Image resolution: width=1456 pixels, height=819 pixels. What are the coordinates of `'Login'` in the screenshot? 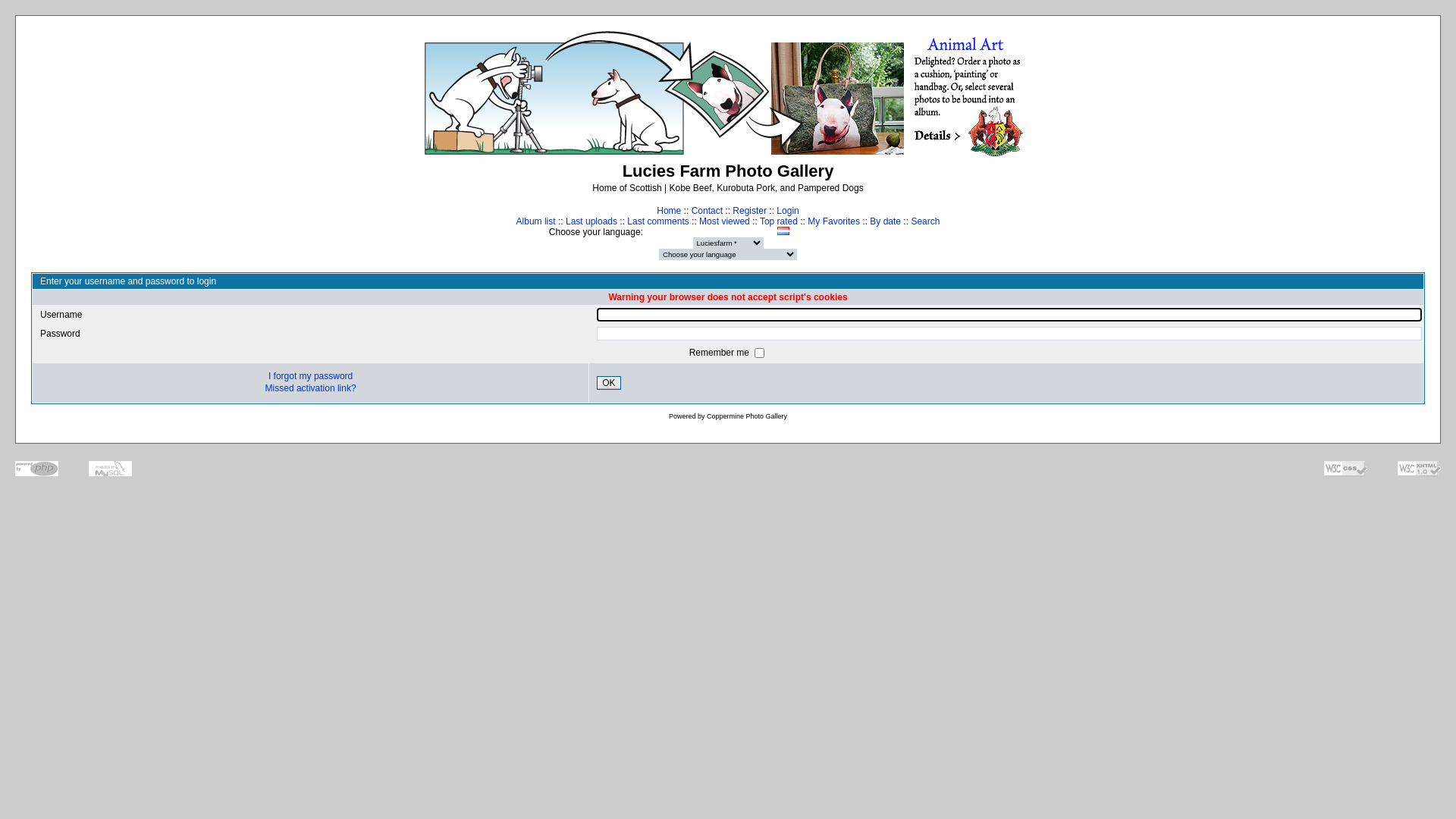 It's located at (787, 210).